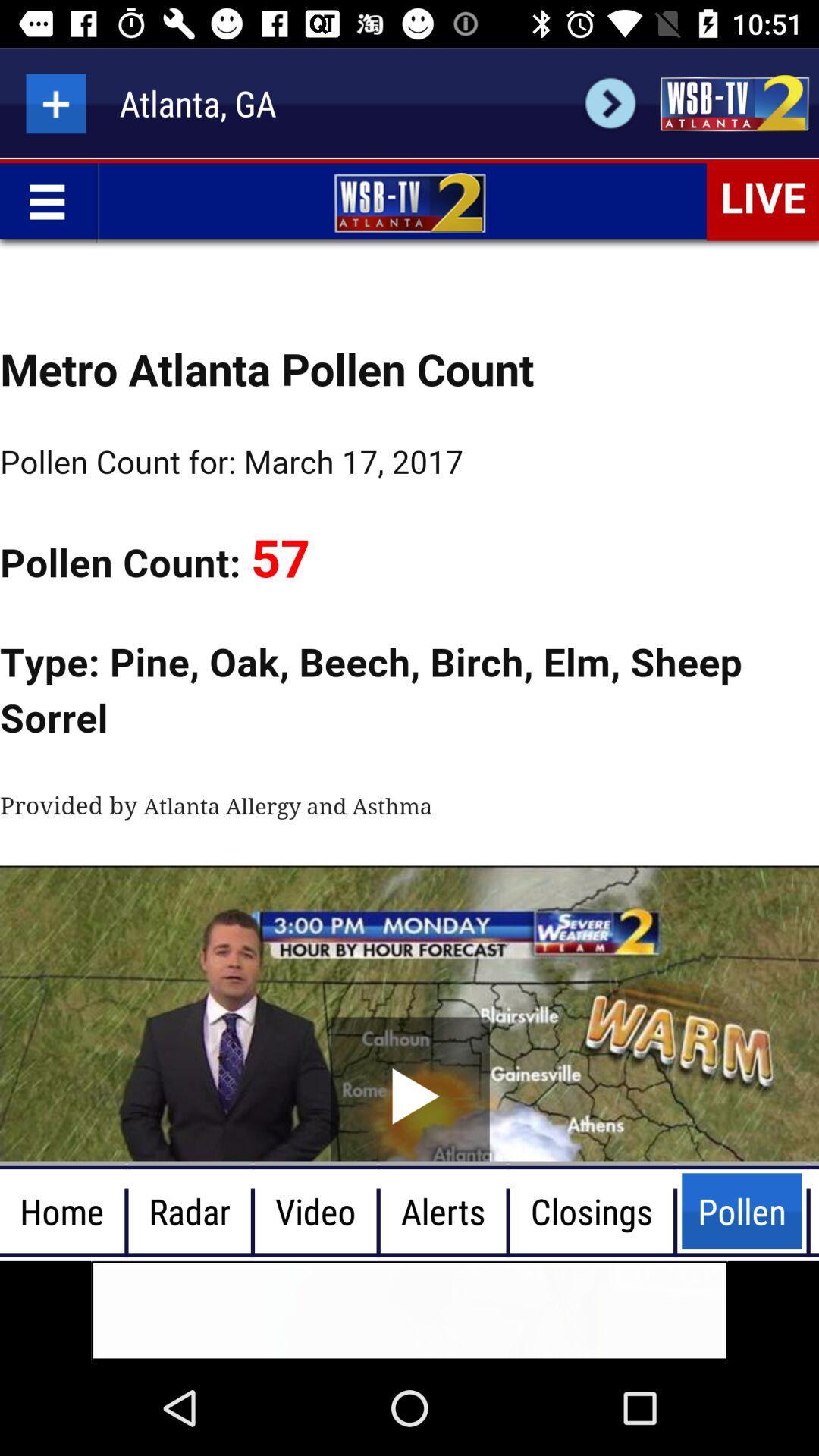 The image size is (819, 1456). I want to click on homepage, so click(733, 102).